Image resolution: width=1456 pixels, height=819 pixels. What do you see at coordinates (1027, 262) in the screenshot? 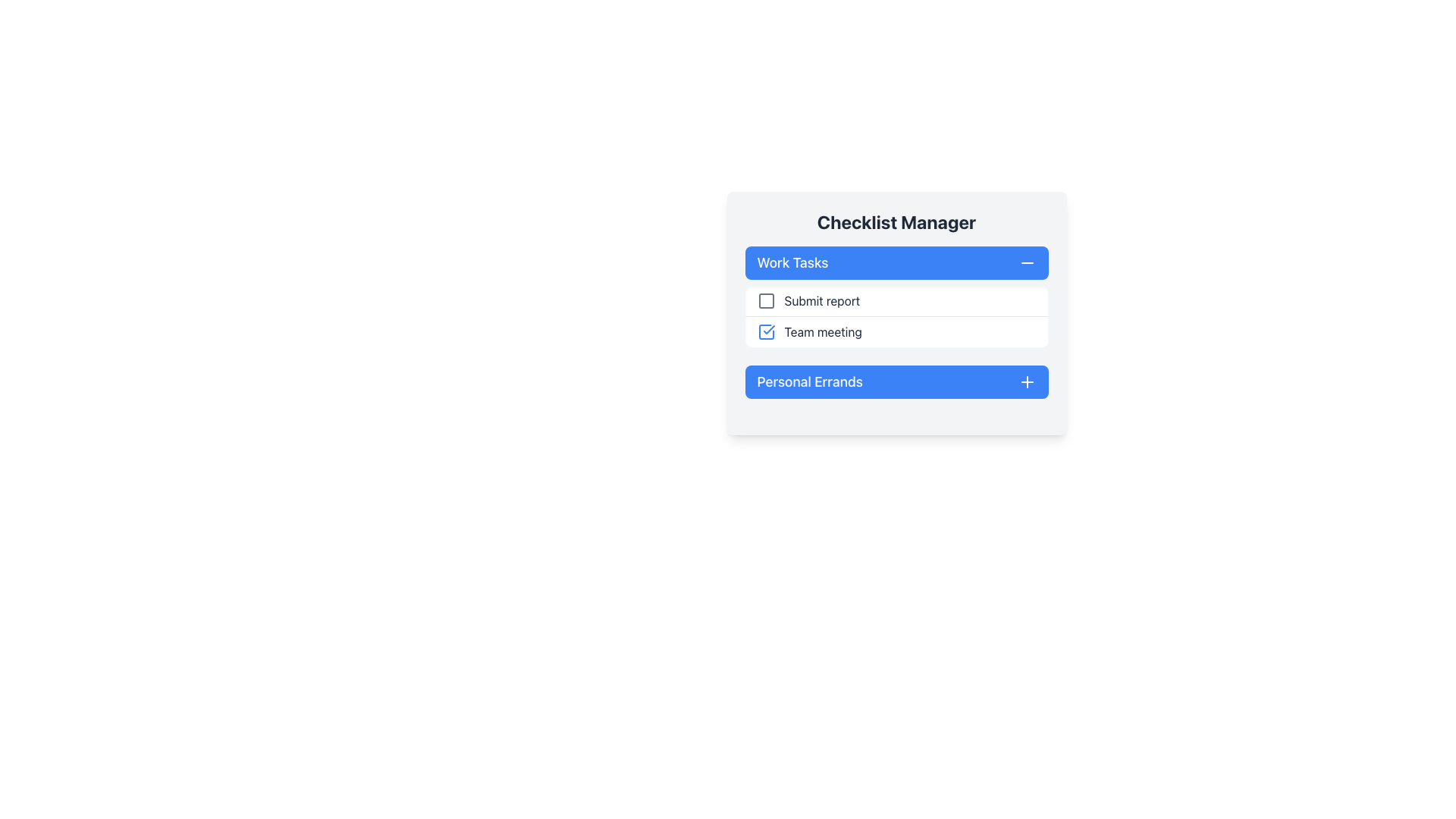
I see `the minus icon button in the top-right corner of the 'Work Tasks' section` at bounding box center [1027, 262].